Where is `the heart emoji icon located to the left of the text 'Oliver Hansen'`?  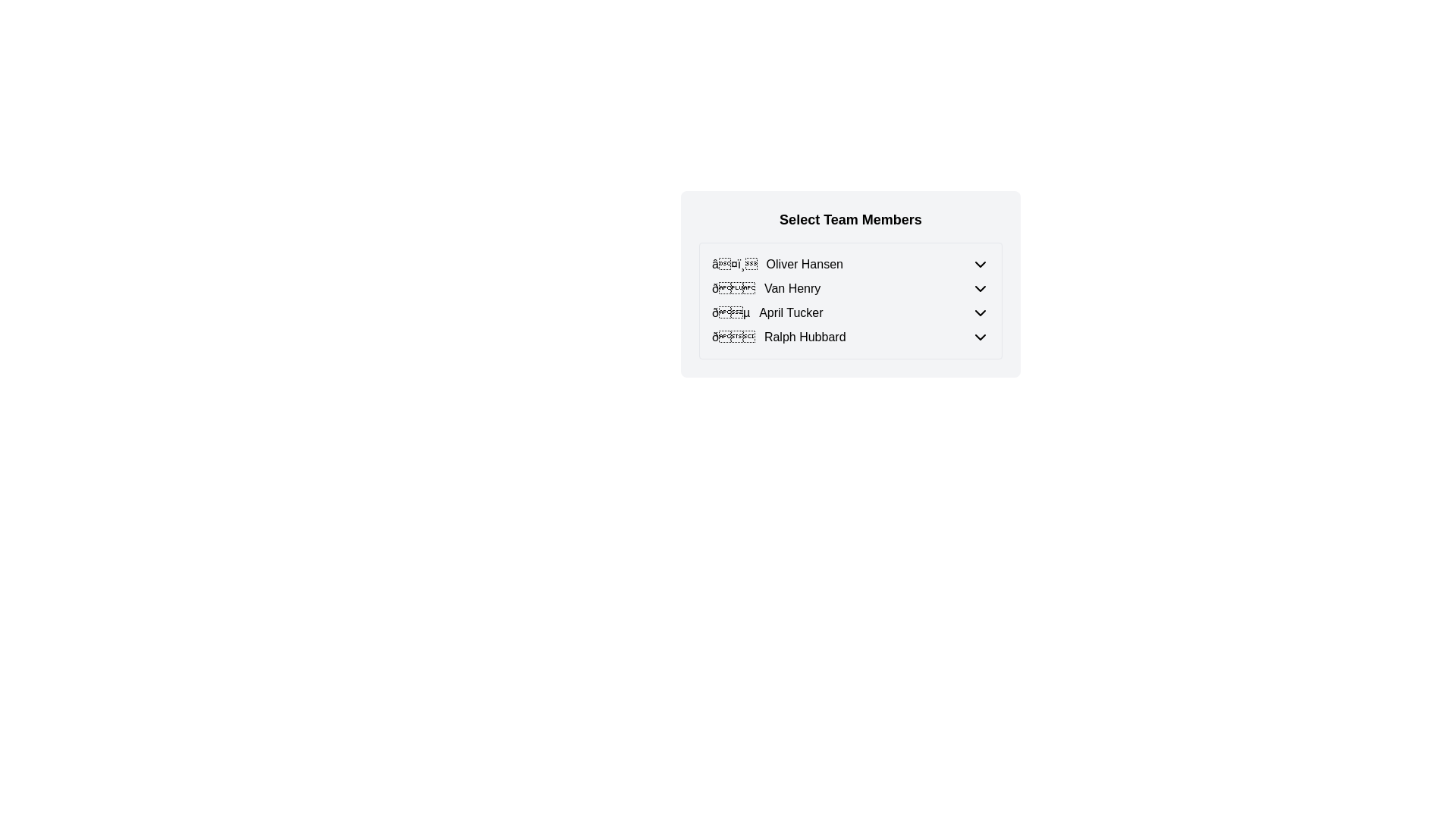
the heart emoji icon located to the left of the text 'Oliver Hansen' is located at coordinates (734, 263).